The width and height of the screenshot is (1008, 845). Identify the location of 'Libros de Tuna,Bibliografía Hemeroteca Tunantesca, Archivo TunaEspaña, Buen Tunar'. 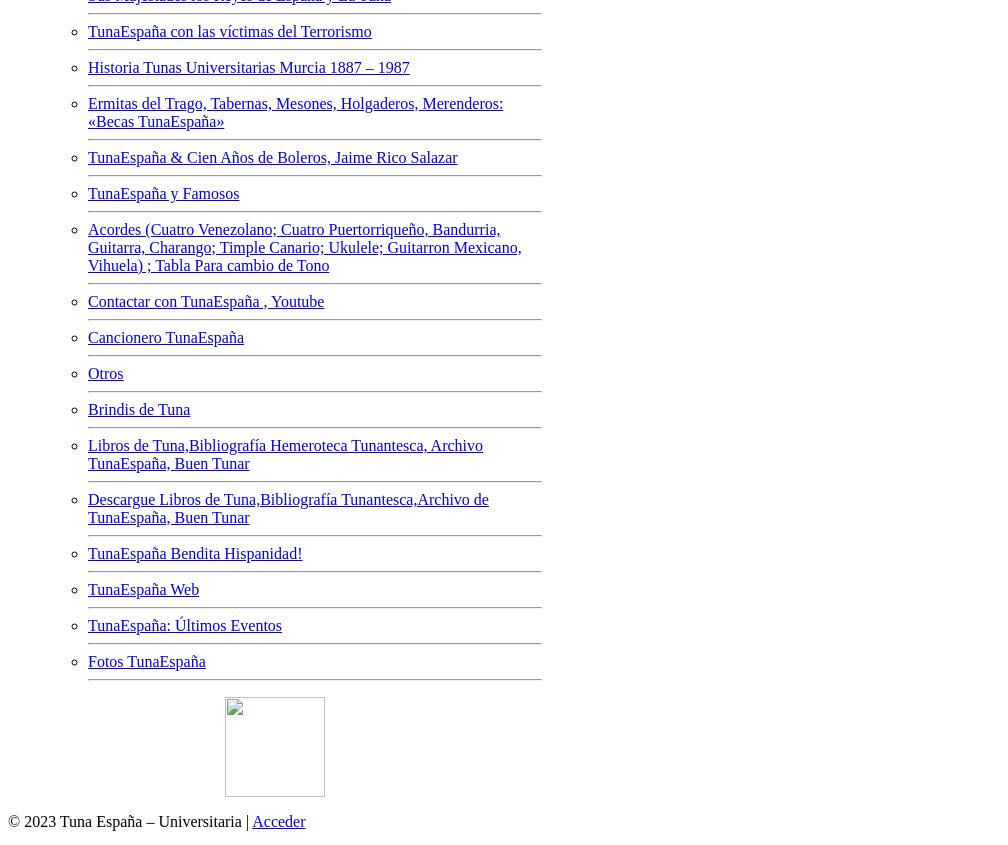
(87, 453).